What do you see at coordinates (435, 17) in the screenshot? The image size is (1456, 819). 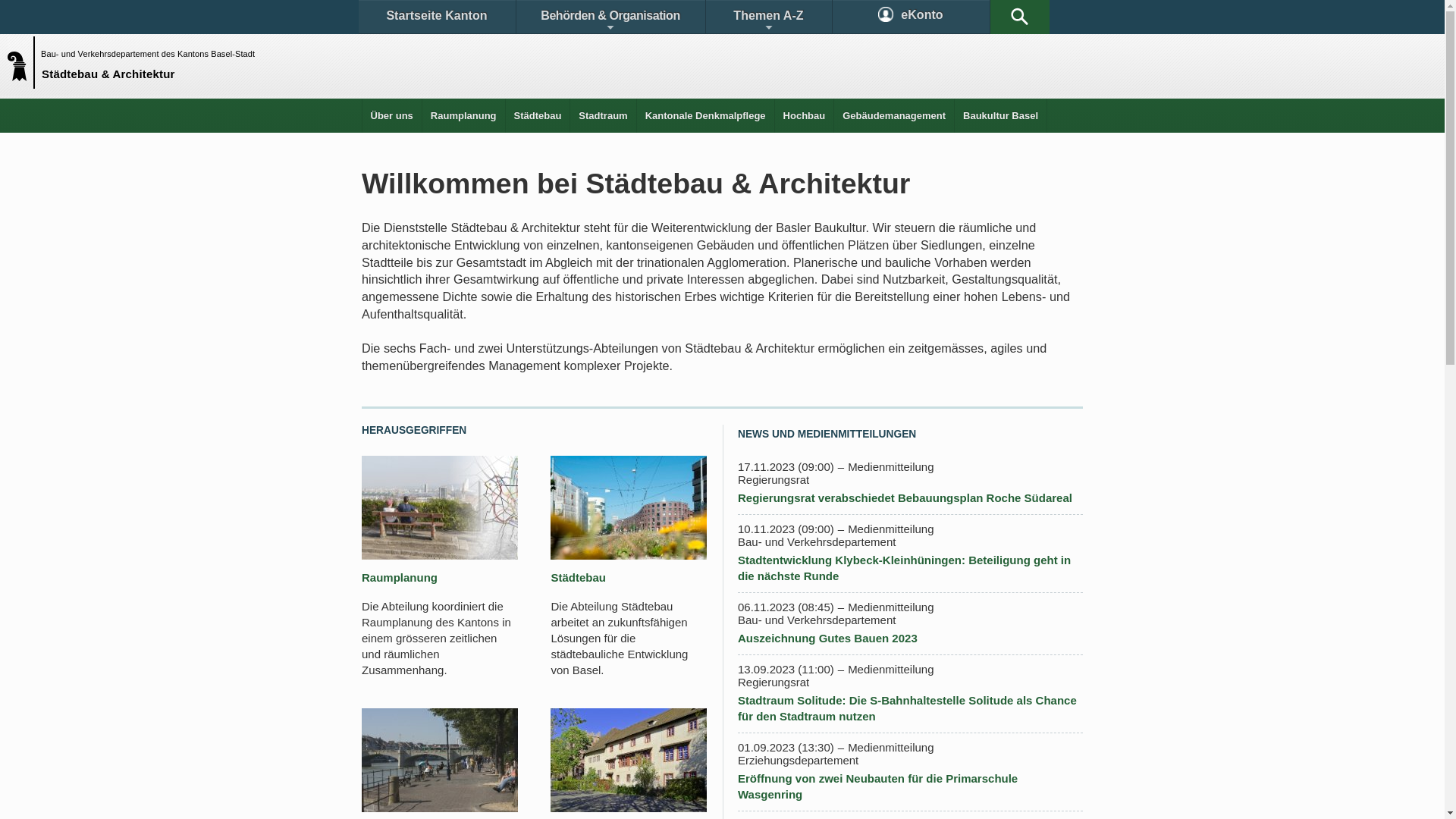 I see `'Startseite Kanton'` at bounding box center [435, 17].